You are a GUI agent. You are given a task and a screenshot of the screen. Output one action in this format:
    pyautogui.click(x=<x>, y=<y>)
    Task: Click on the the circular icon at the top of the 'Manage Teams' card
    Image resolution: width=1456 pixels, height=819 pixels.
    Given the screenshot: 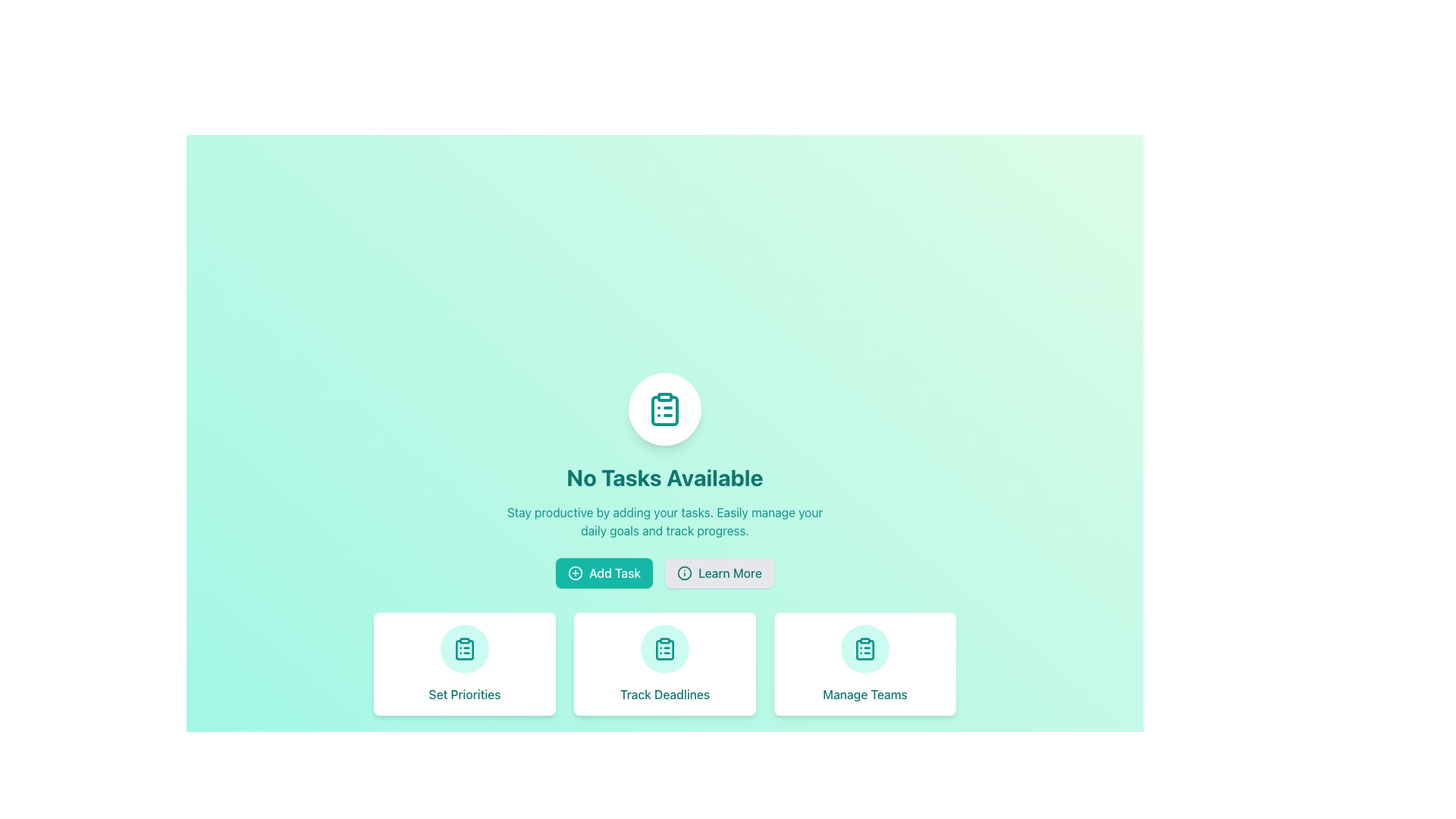 What is the action you would take?
    pyautogui.click(x=865, y=648)
    